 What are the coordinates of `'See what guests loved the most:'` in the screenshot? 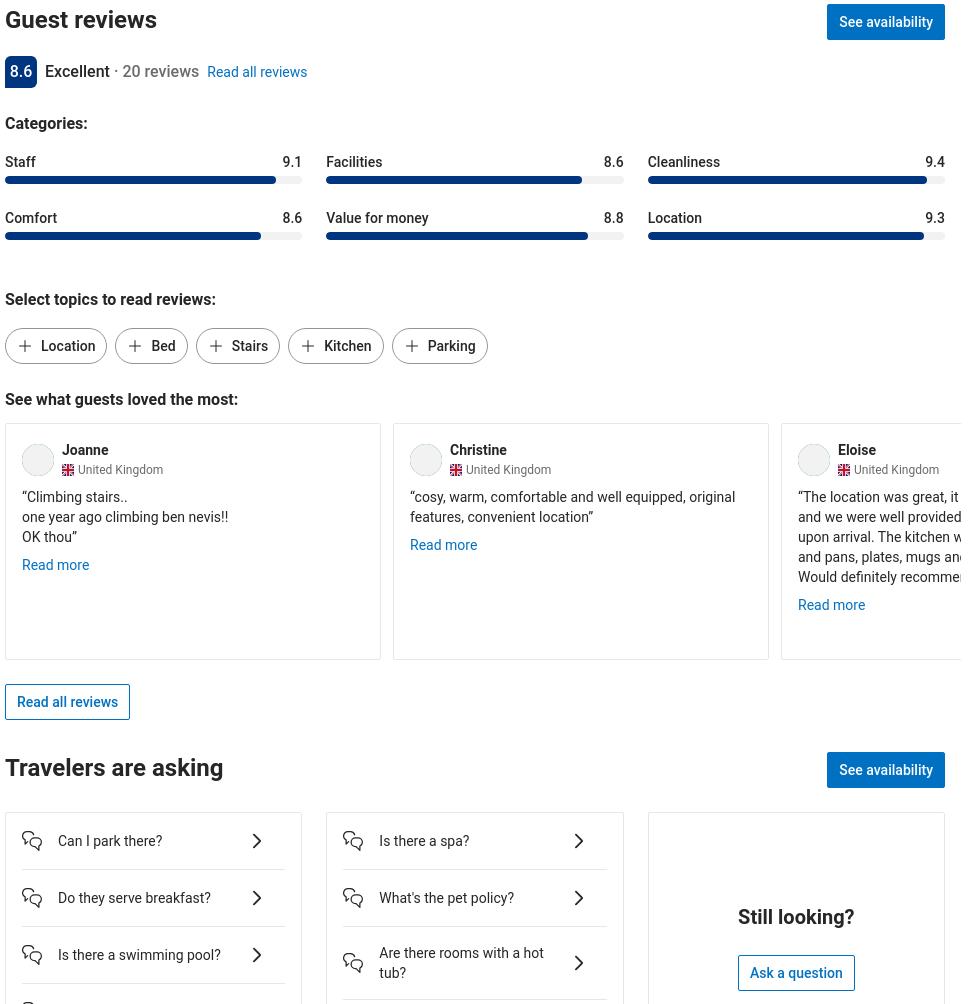 It's located at (121, 398).